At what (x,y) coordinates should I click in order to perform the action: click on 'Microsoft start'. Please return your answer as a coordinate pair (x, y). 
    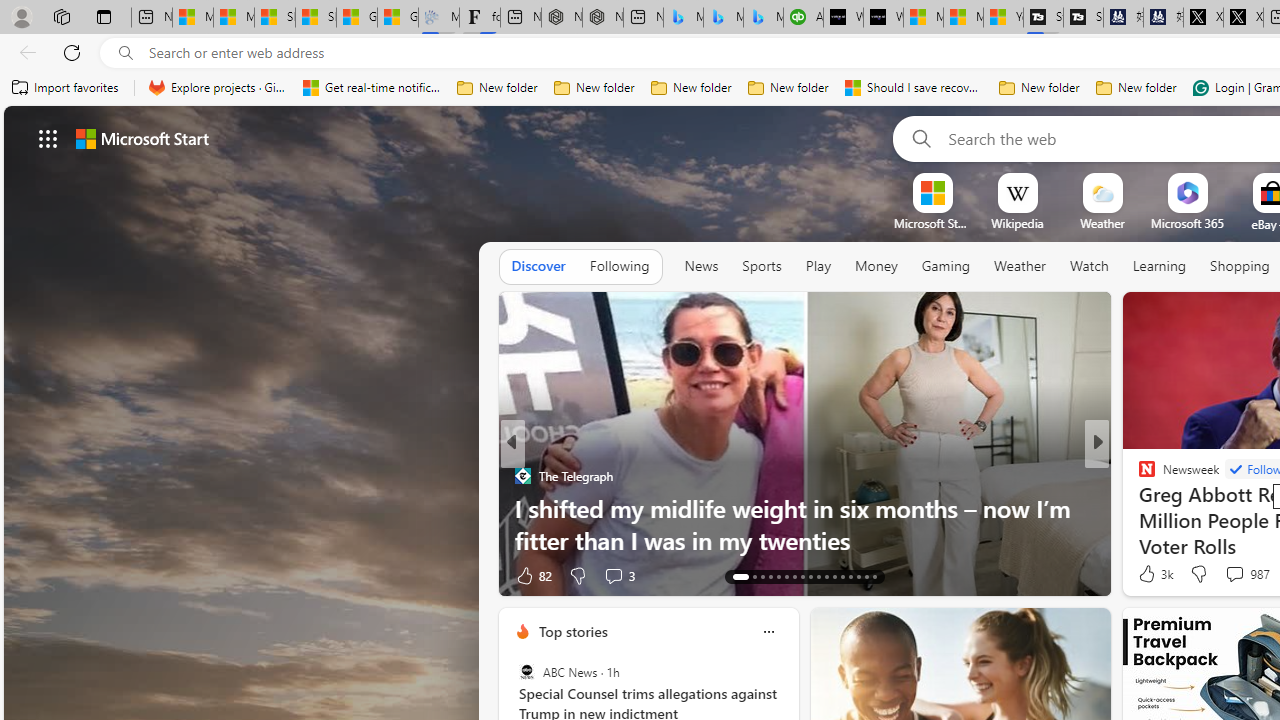
    Looking at the image, I should click on (141, 137).